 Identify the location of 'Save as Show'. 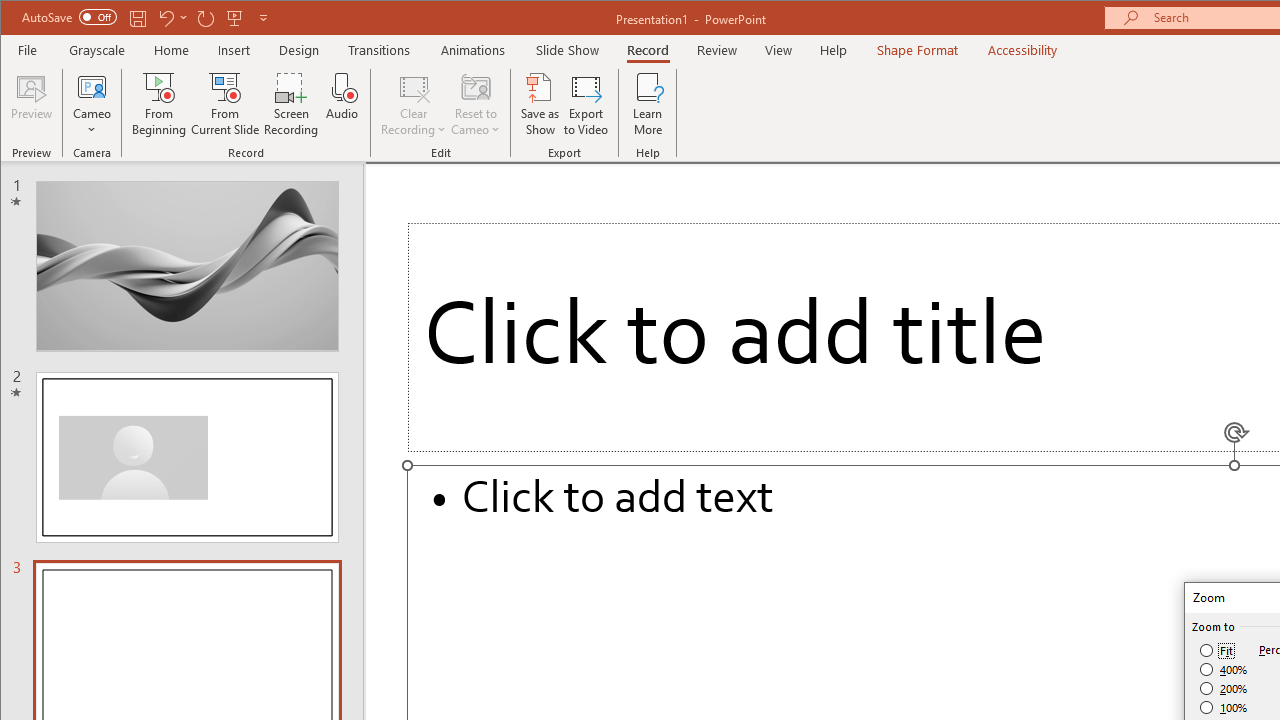
(540, 104).